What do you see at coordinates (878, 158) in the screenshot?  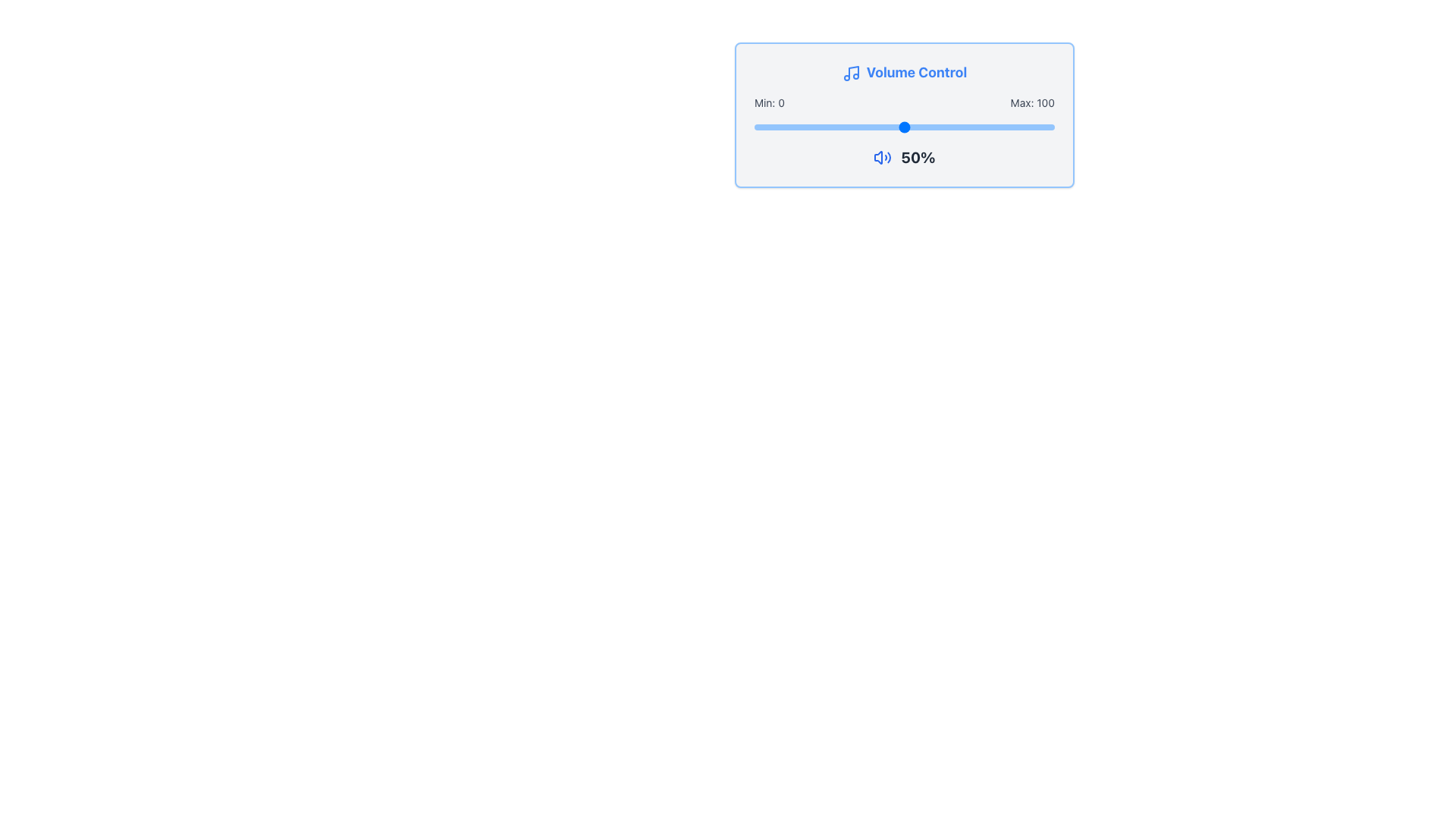 I see `the volume control icon, which is a decorative speaker-with-waves shape located in the top-left corner of the card, near the 'Volume Control' text header` at bounding box center [878, 158].